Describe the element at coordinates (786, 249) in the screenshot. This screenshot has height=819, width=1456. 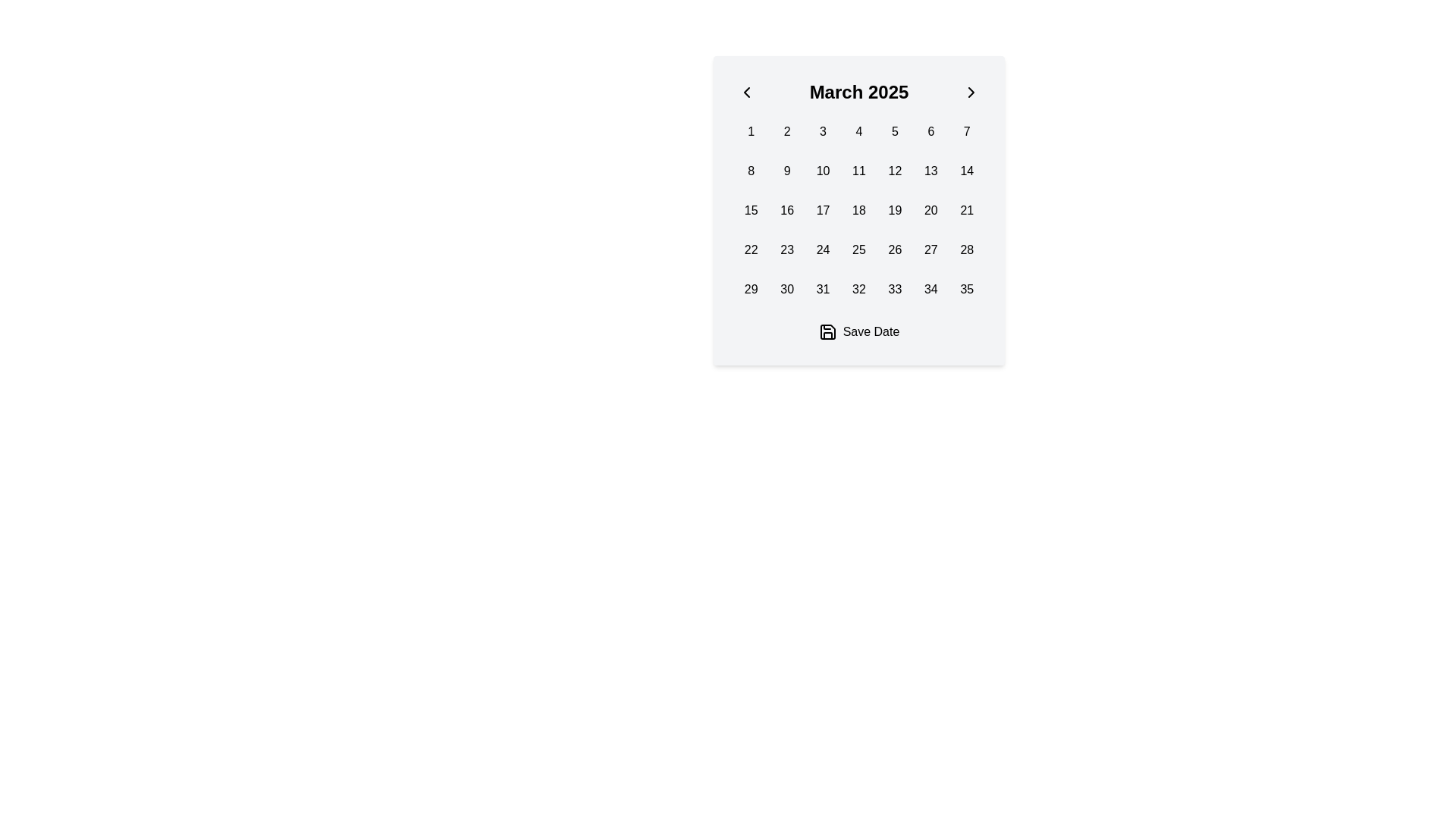
I see `the button representing the 23rd day in the calendar interface` at that location.